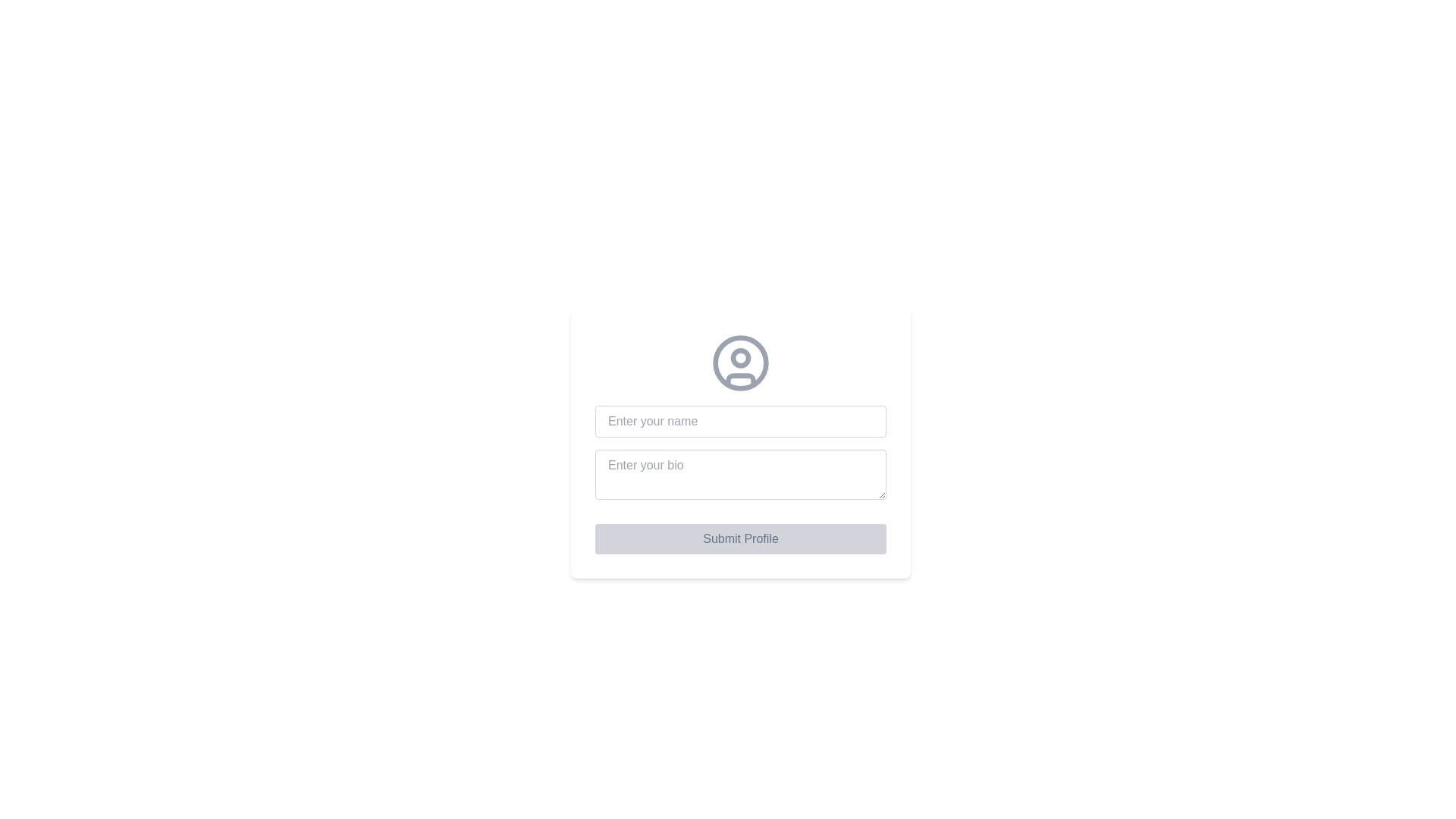  I want to click on the 'Submit Profile' button, which is a rectangular button with rounded corners, light gray background, and darker gray text, located at the bottom of the layout beneath the text input fields, so click(741, 538).